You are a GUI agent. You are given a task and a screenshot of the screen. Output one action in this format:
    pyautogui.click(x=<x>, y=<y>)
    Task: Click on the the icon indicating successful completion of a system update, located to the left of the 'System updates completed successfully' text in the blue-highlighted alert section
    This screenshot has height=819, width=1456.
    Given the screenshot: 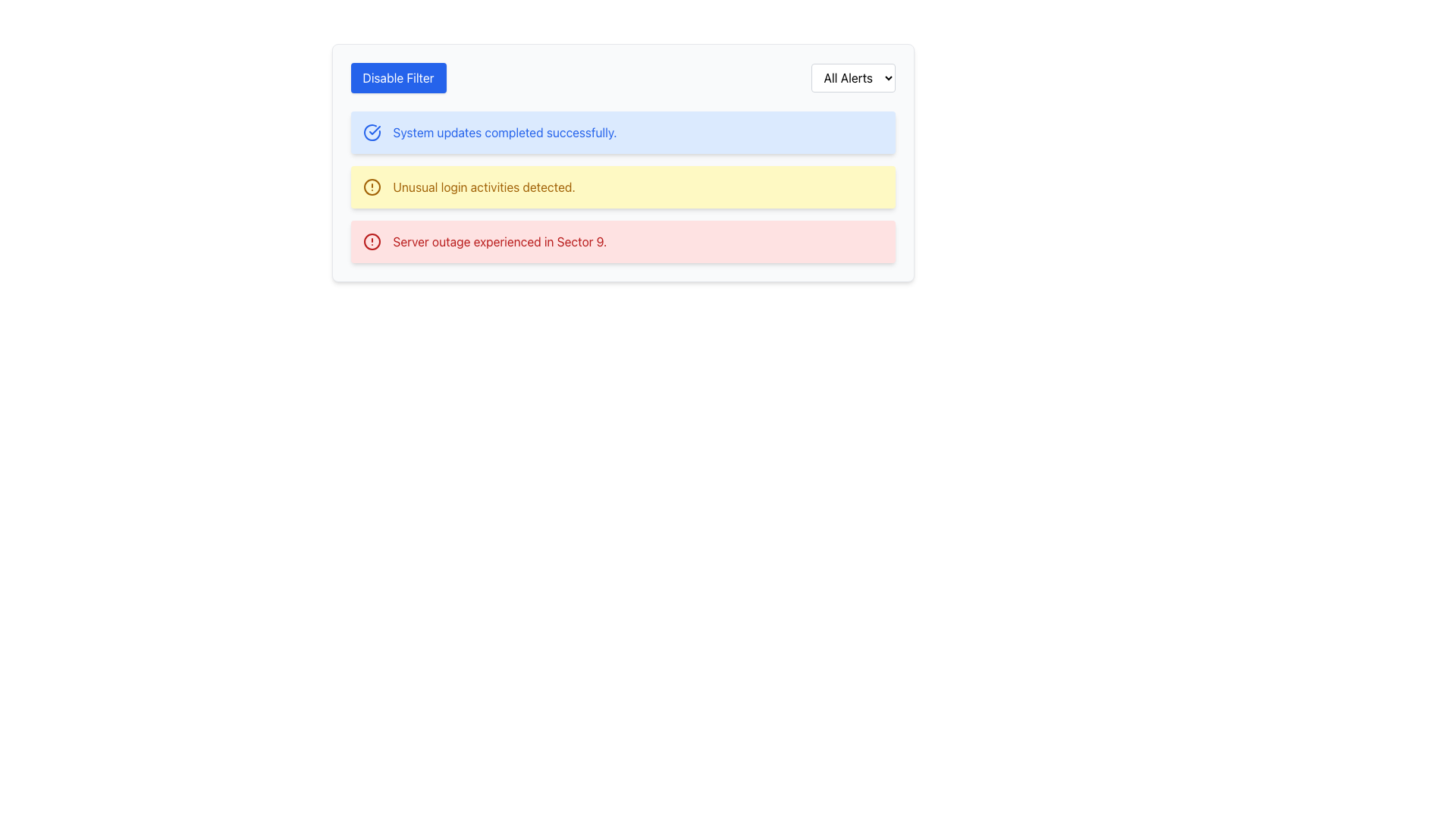 What is the action you would take?
    pyautogui.click(x=372, y=131)
    